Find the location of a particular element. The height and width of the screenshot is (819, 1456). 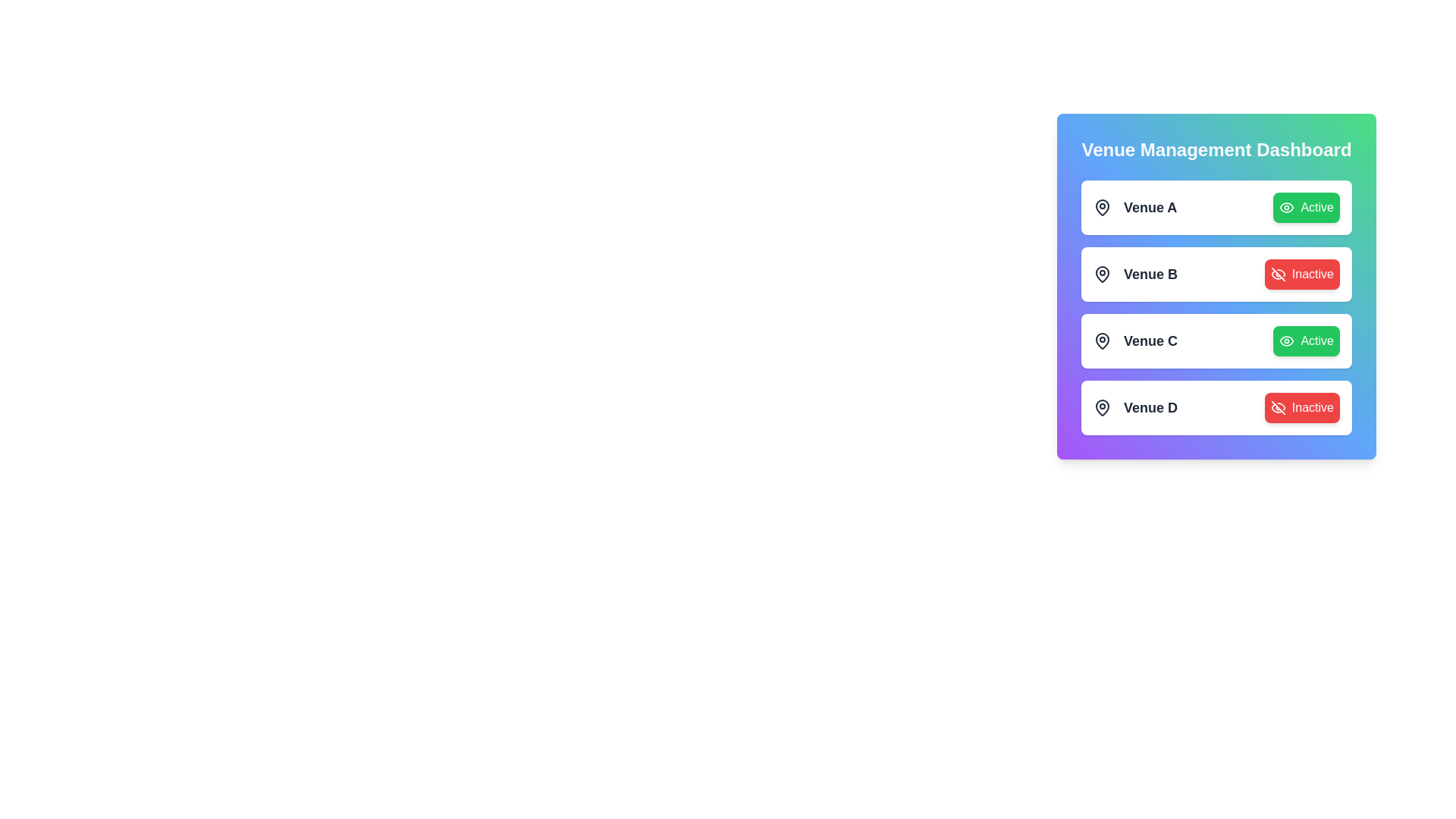

the venue status button for Venue B is located at coordinates (1301, 275).